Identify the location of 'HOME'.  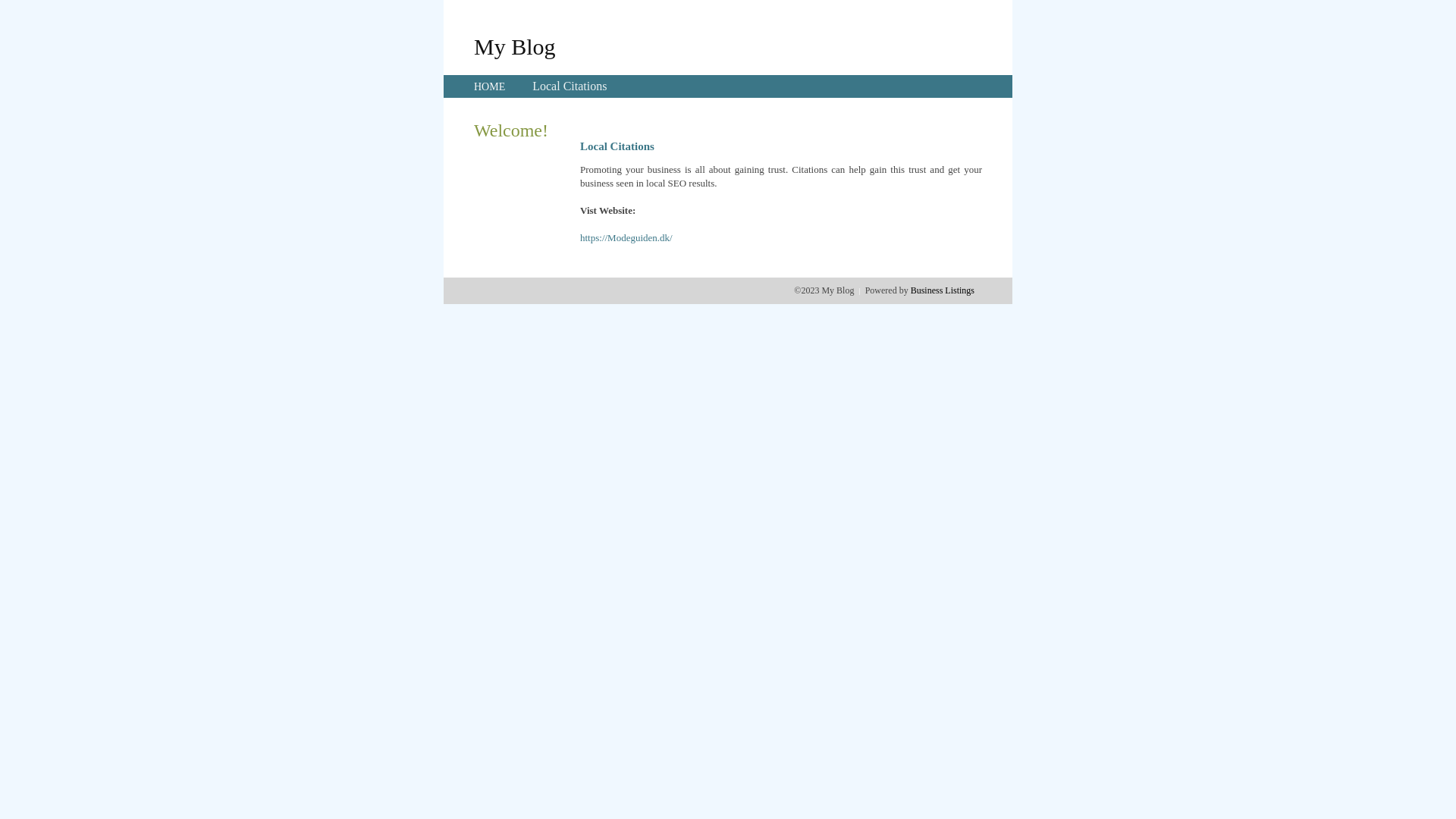
(489, 86).